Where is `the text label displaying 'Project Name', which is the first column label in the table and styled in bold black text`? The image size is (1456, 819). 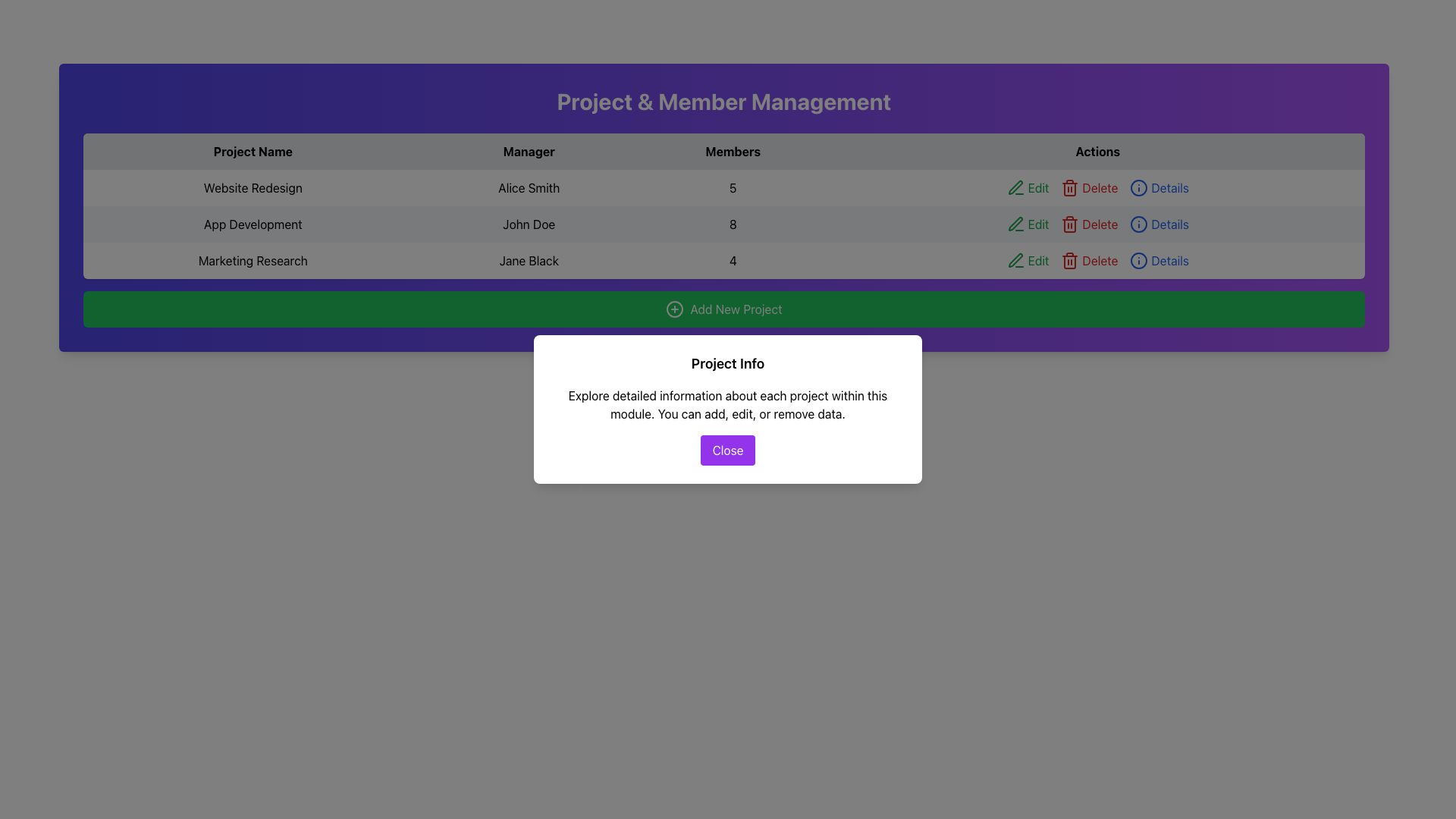
the text label displaying 'Project Name', which is the first column label in the table and styled in bold black text is located at coordinates (253, 152).